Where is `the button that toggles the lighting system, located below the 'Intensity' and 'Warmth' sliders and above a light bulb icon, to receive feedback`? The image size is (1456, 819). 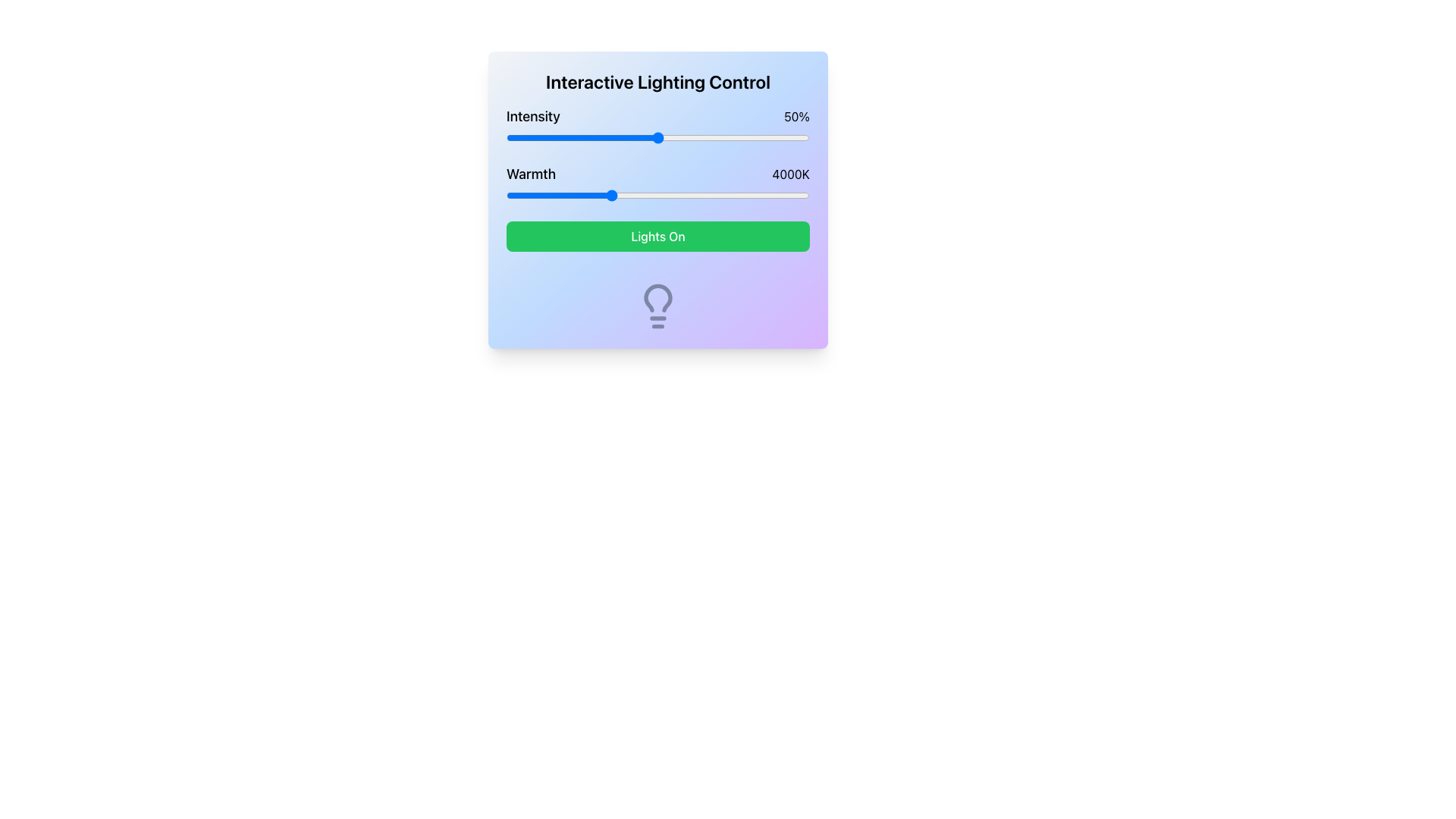 the button that toggles the lighting system, located below the 'Intensity' and 'Warmth' sliders and above a light bulb icon, to receive feedback is located at coordinates (658, 237).